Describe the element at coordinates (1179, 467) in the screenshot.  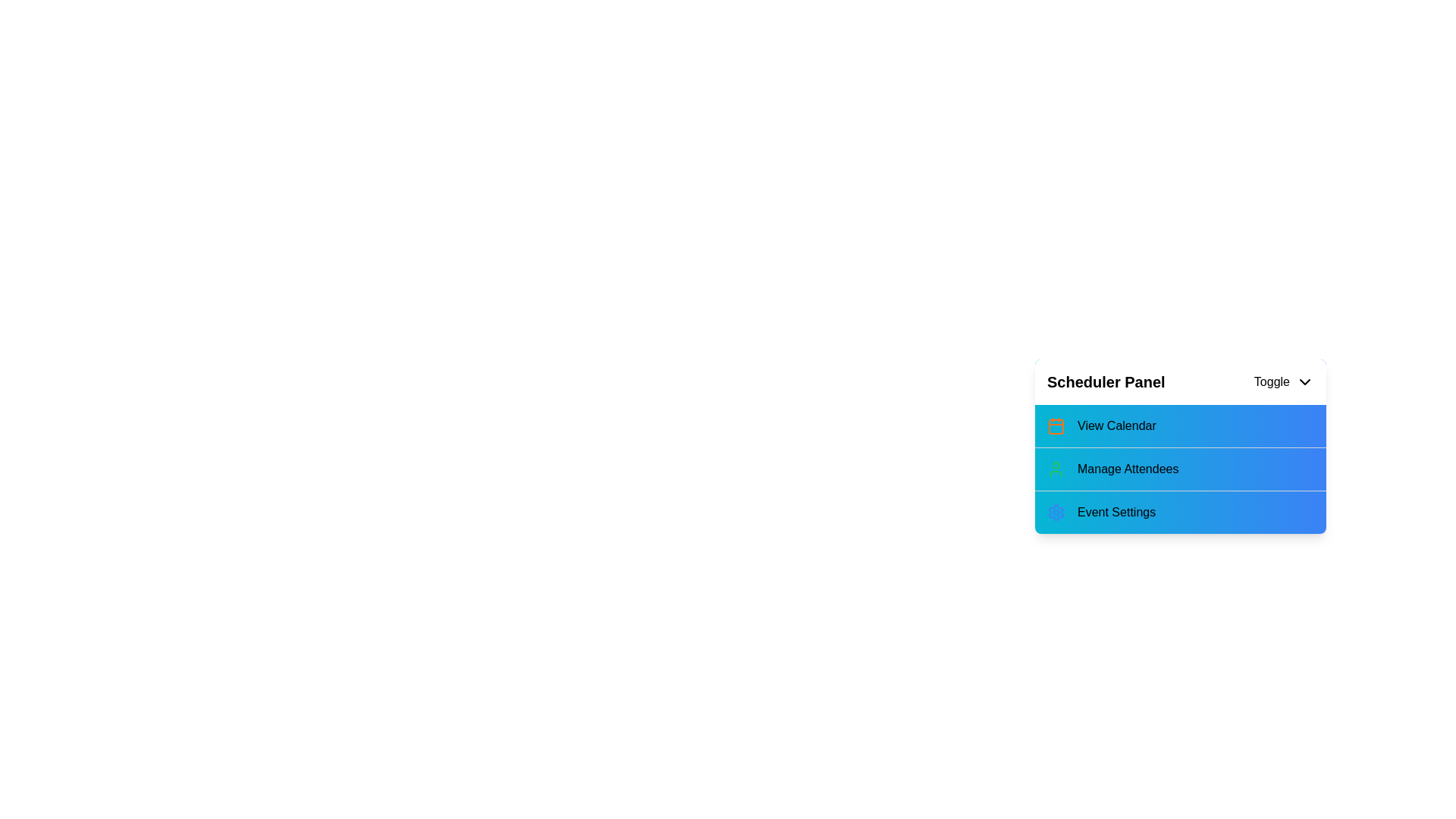
I see `the 'Manage Attendees' option in the Scheduler Menu` at that location.